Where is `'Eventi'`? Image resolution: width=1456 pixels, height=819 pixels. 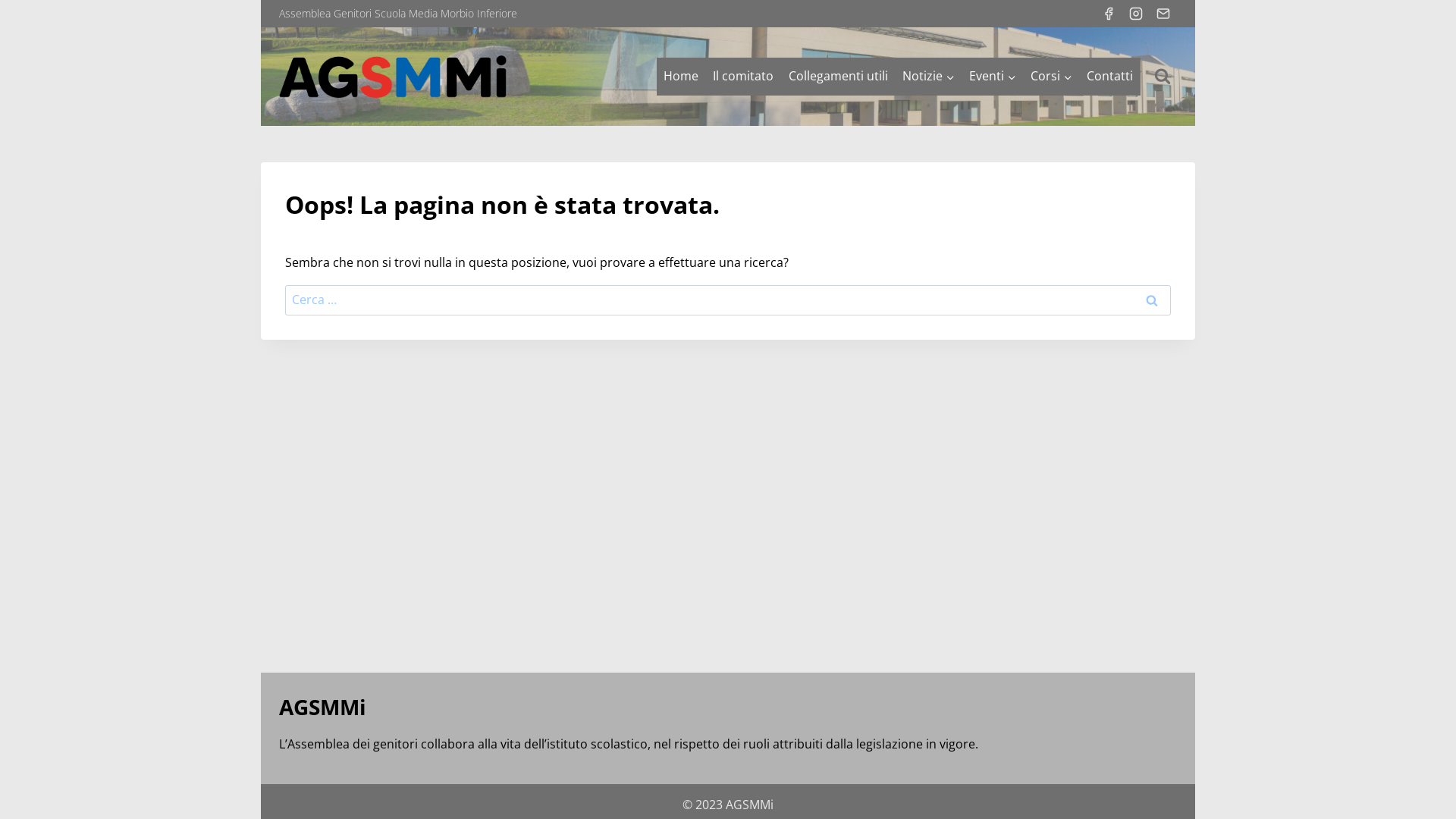 'Eventi' is located at coordinates (992, 76).